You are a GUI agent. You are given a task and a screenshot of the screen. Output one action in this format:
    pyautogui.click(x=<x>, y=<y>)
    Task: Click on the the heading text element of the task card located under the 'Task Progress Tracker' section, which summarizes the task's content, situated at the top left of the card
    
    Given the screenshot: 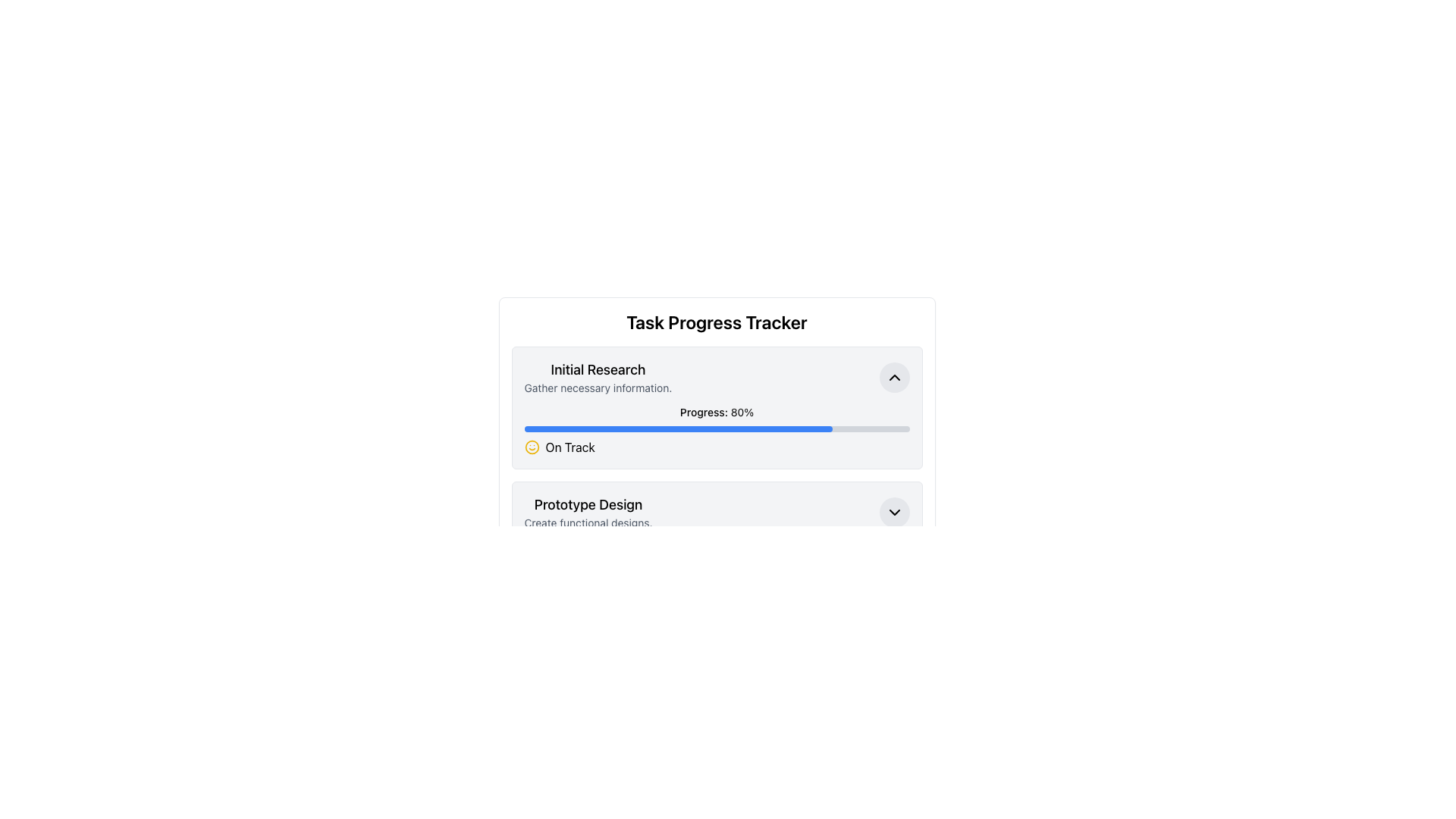 What is the action you would take?
    pyautogui.click(x=597, y=370)
    